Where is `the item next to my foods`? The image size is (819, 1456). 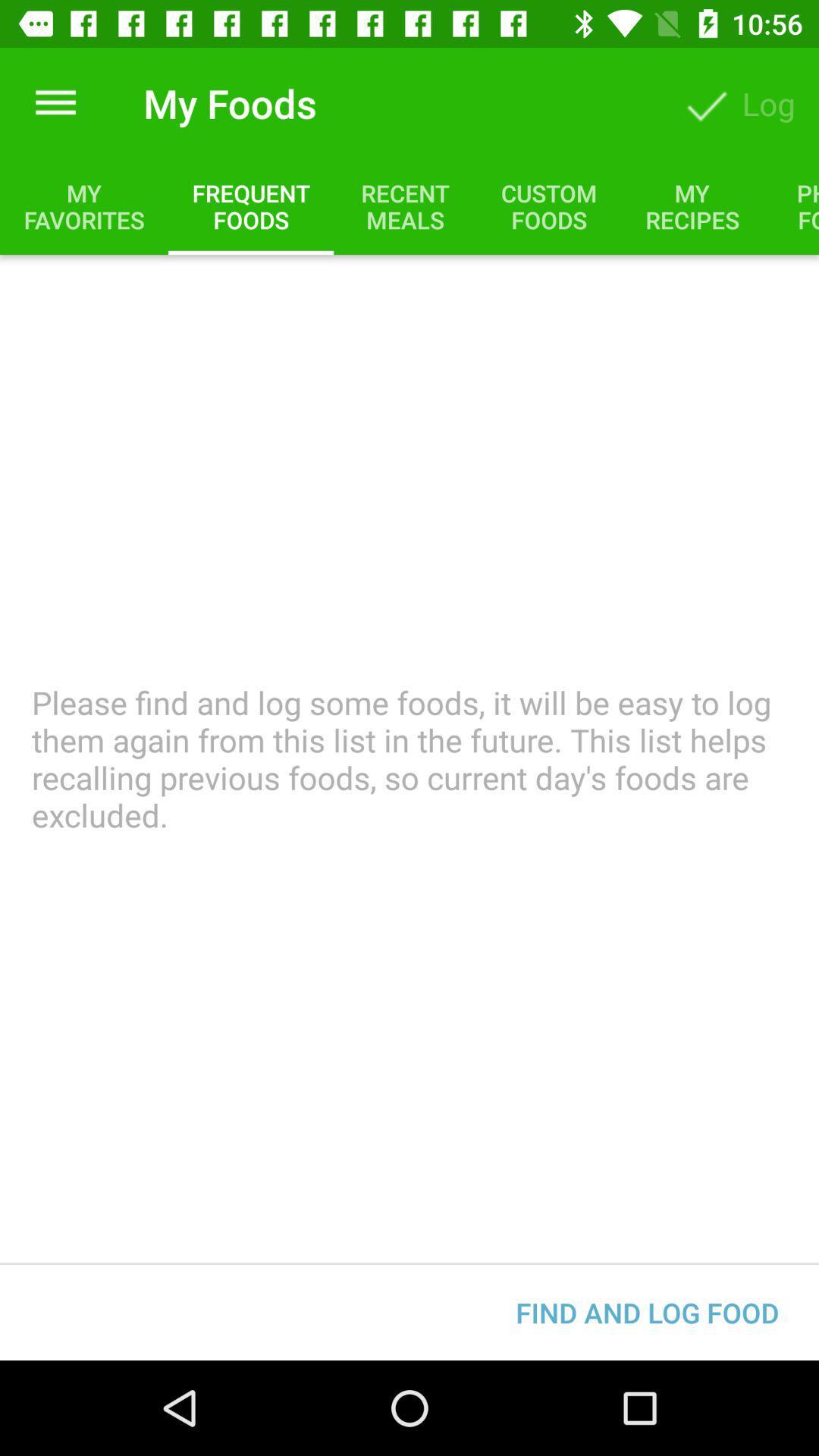 the item next to my foods is located at coordinates (55, 102).